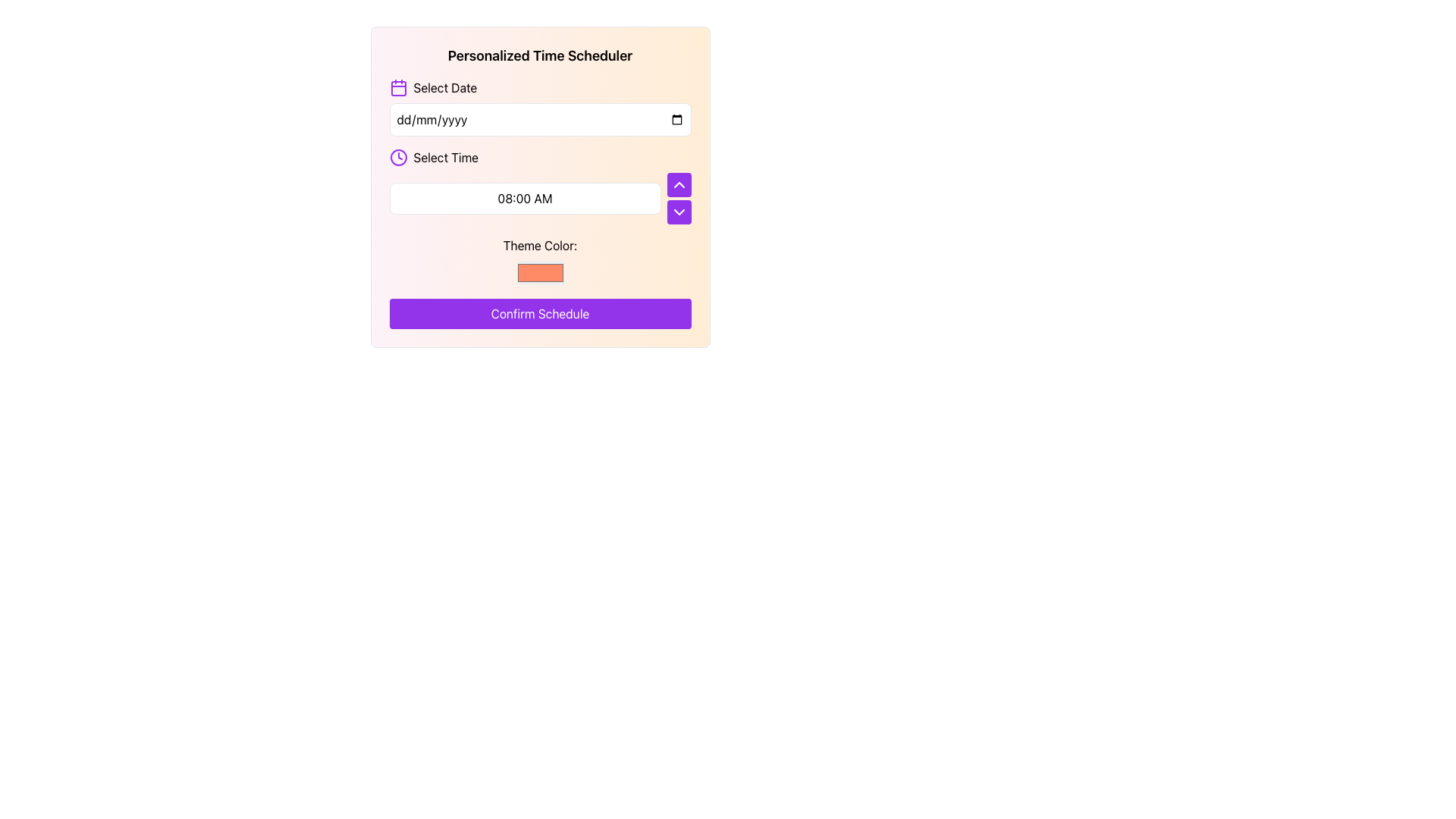 The image size is (1456, 819). What do you see at coordinates (540, 245) in the screenshot?
I see `the 'Theme Color:' text label located above the color display box, which is styled with a block display and has bottom margin` at bounding box center [540, 245].